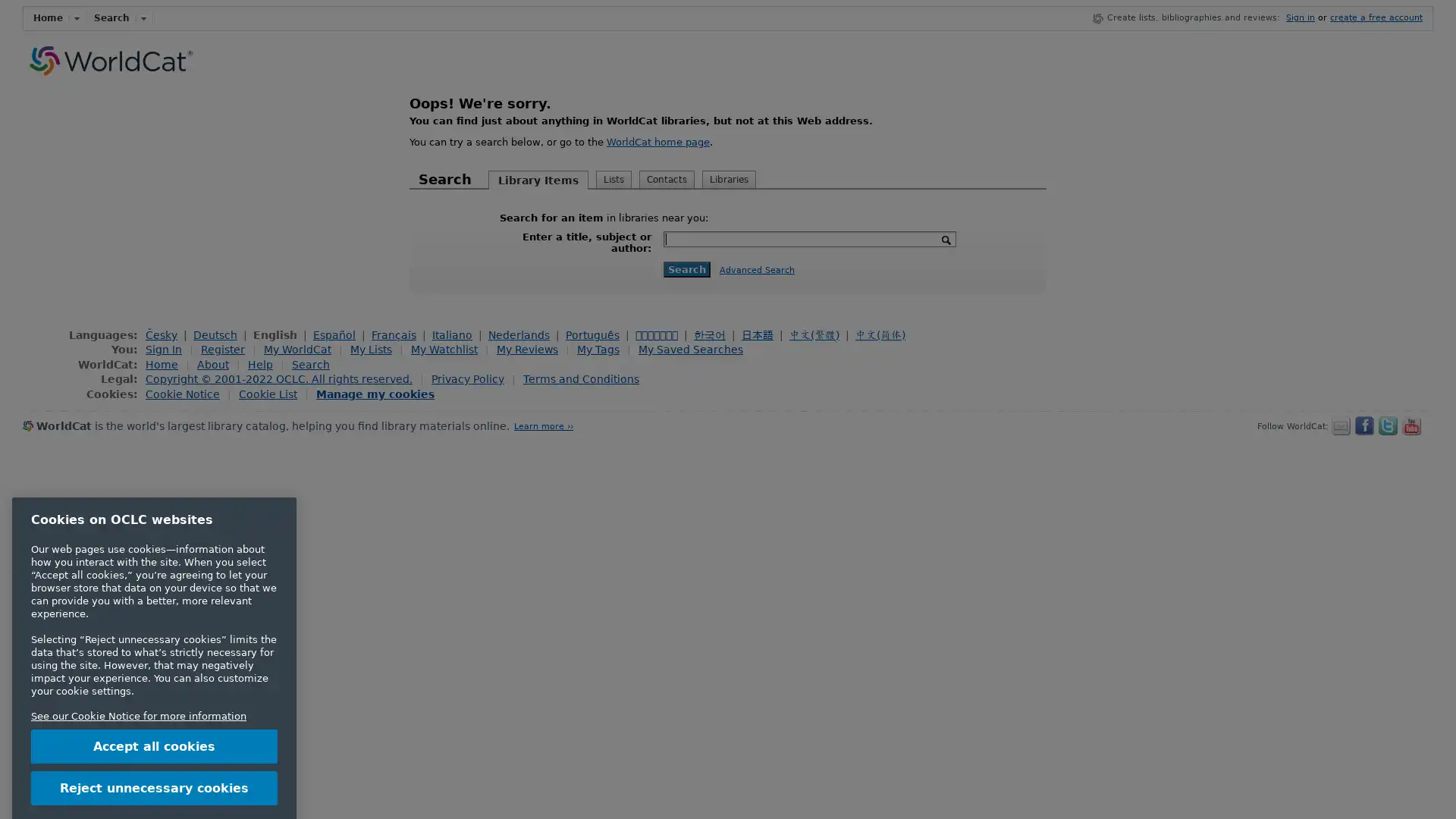 This screenshot has height=819, width=1456. Describe the element at coordinates (686, 268) in the screenshot. I see `Search` at that location.